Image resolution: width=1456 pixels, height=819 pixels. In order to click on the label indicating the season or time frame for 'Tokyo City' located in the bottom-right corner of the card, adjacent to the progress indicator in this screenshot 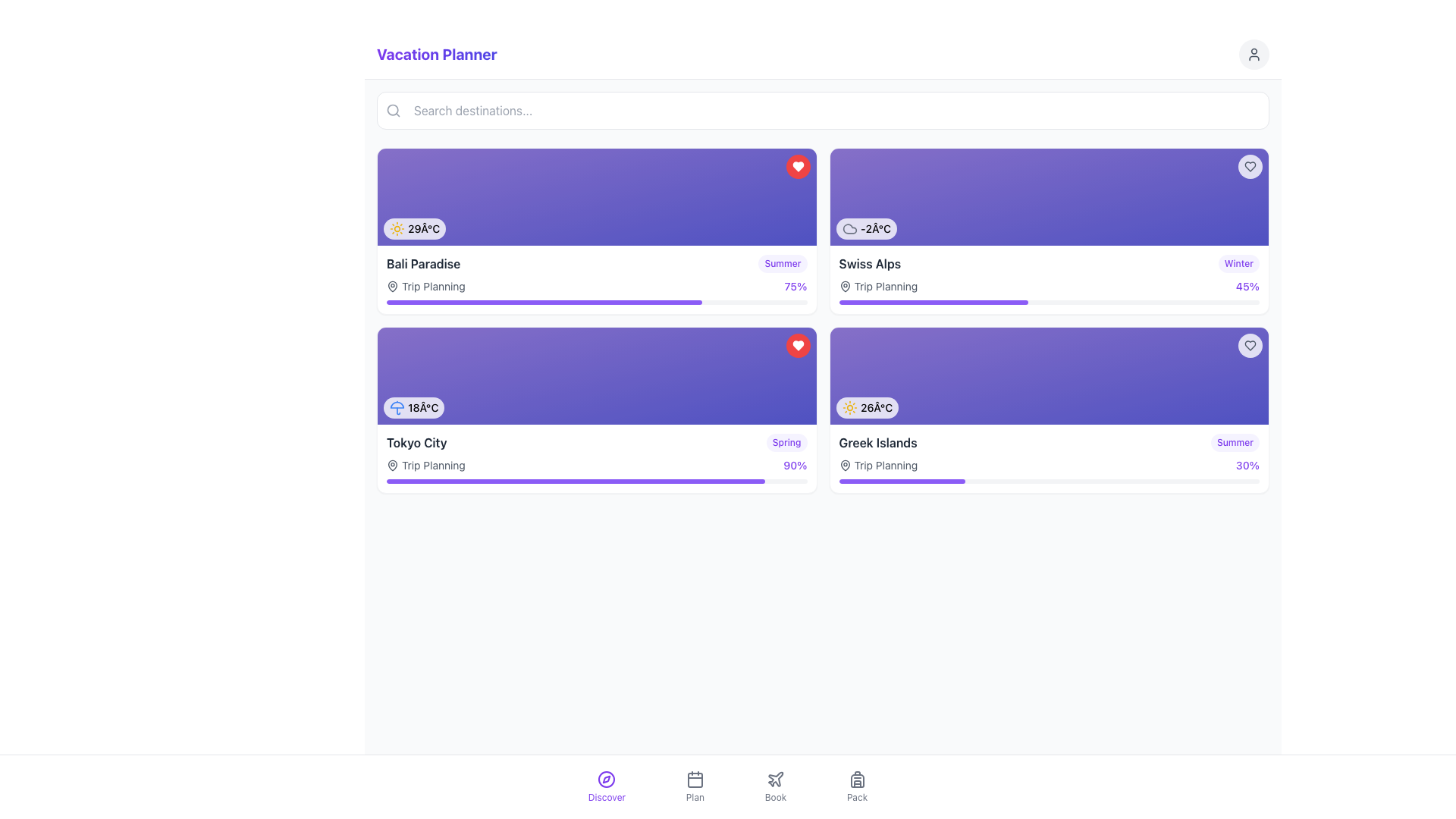, I will do `click(786, 442)`.